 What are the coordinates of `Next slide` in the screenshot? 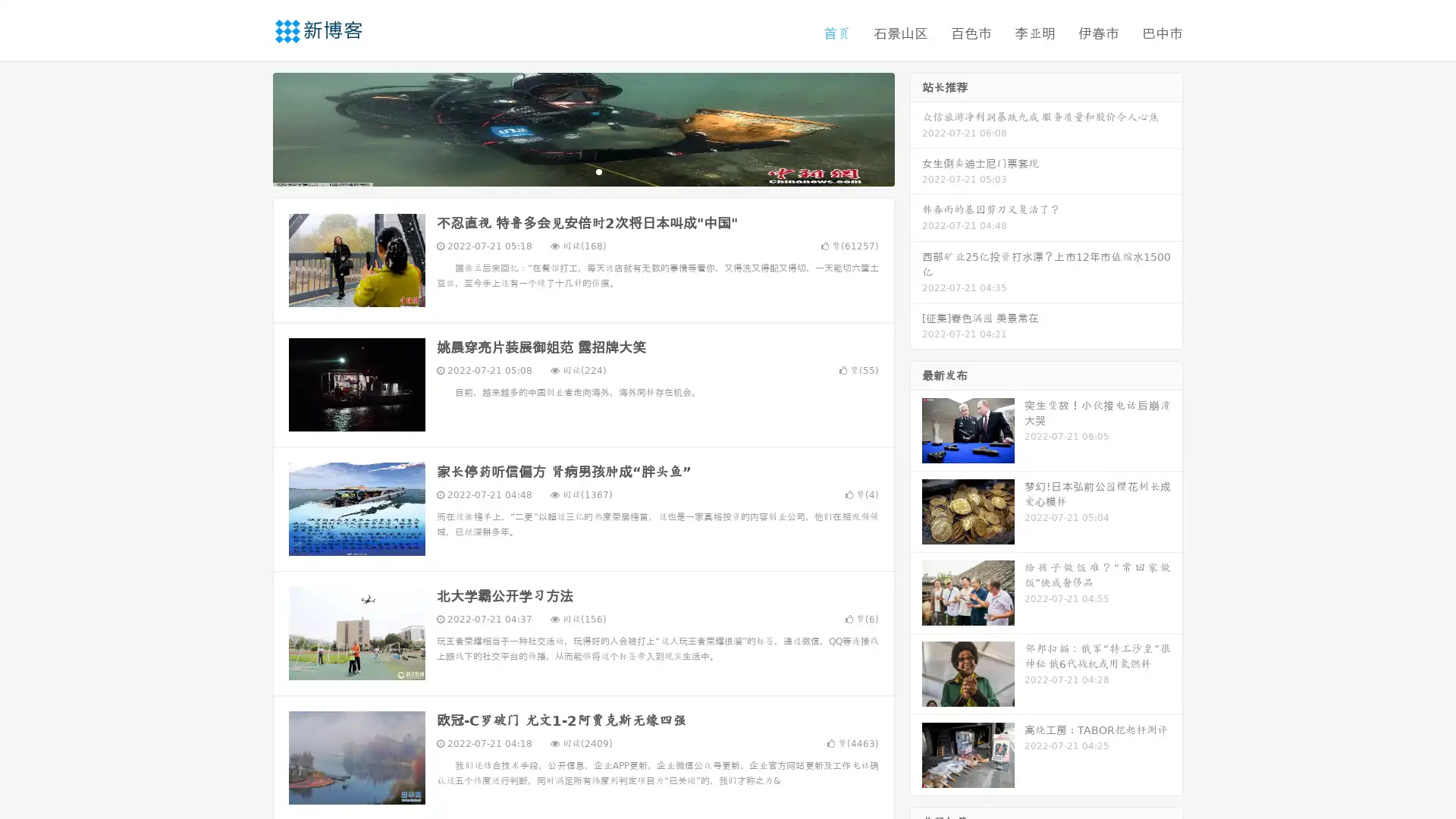 It's located at (916, 127).